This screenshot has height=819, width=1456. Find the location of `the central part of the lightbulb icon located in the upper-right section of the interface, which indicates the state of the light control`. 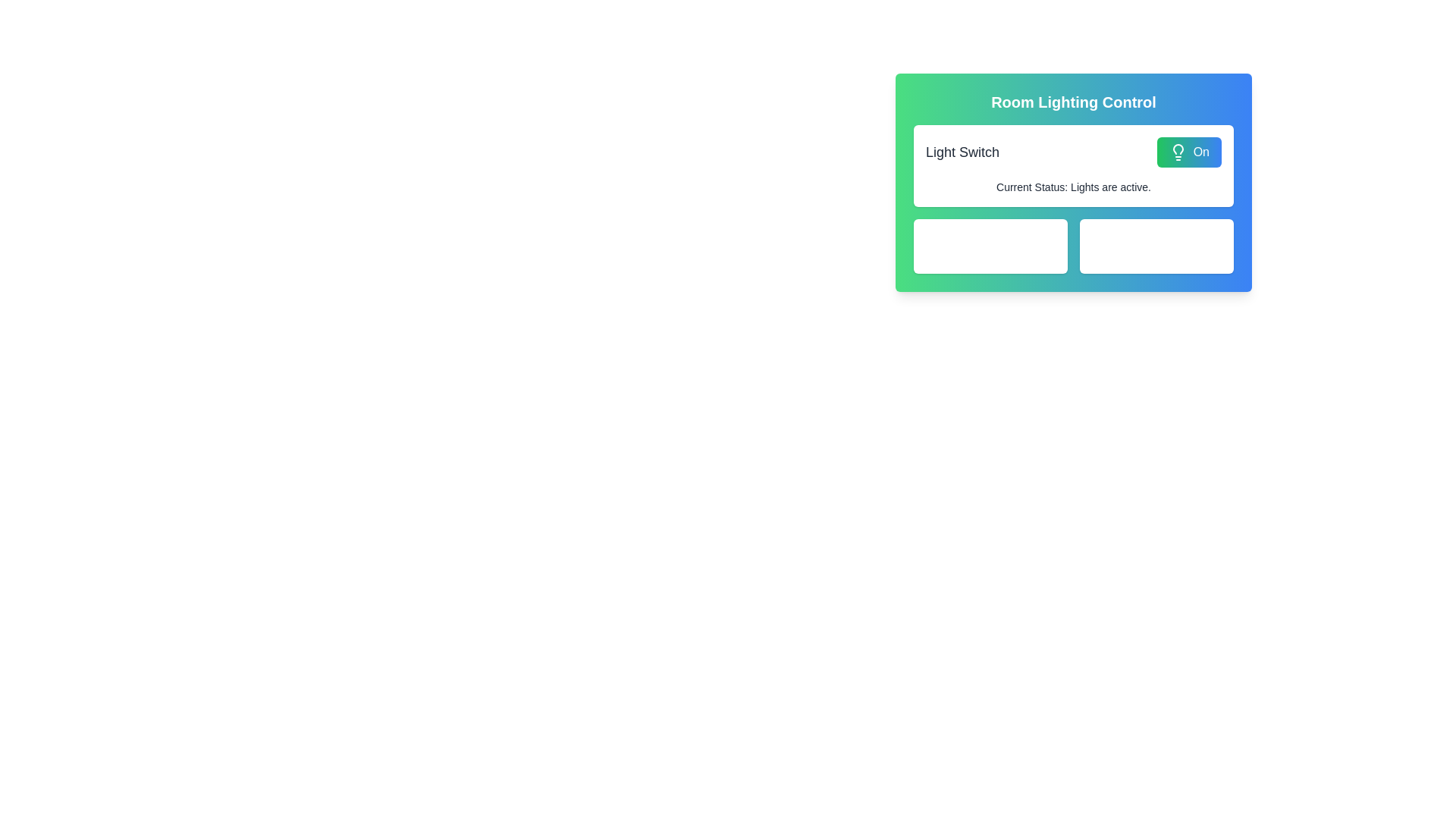

the central part of the lightbulb icon located in the upper-right section of the interface, which indicates the state of the light control is located at coordinates (1177, 149).